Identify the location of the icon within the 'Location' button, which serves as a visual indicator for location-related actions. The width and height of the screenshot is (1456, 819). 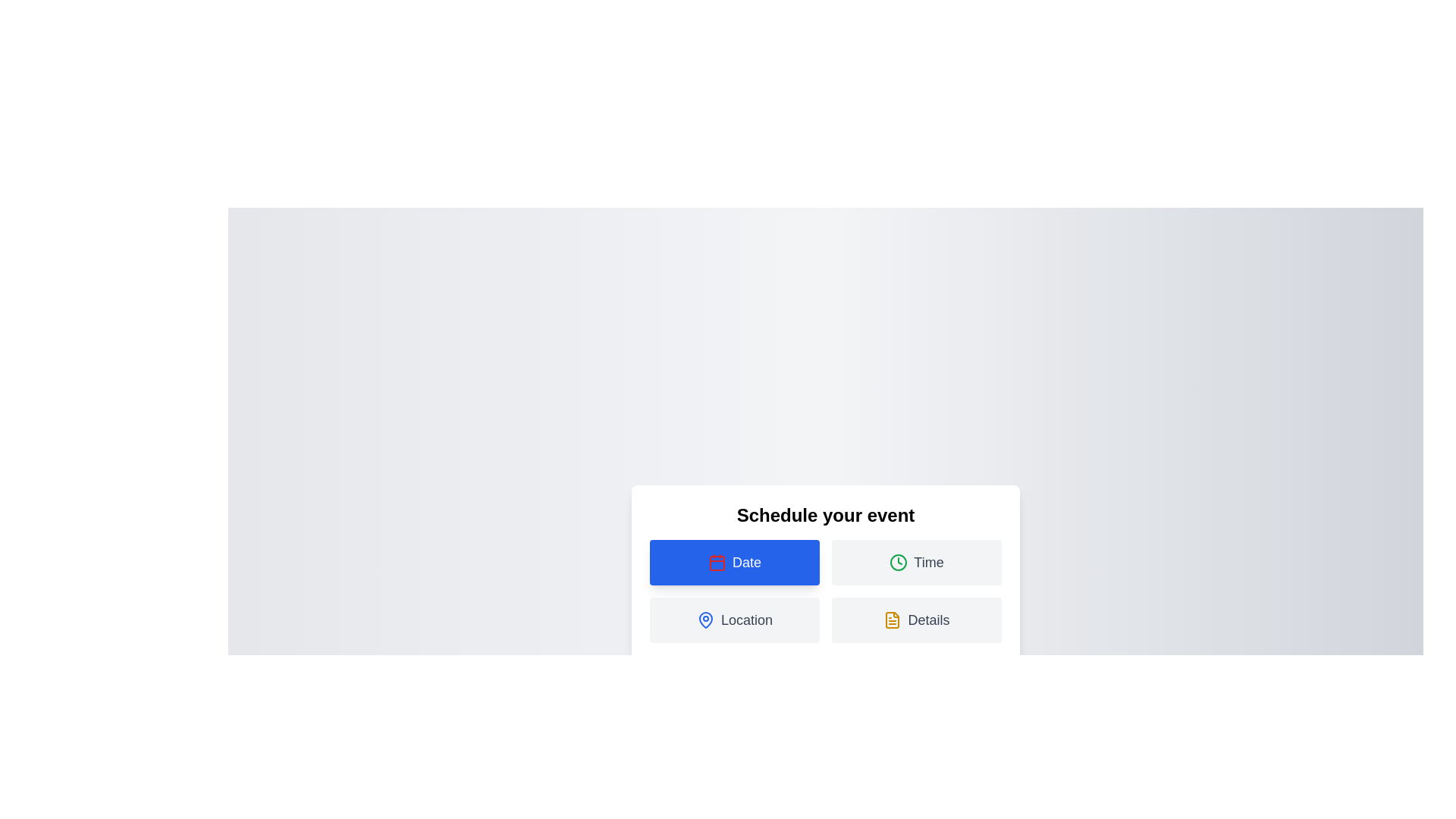
(705, 620).